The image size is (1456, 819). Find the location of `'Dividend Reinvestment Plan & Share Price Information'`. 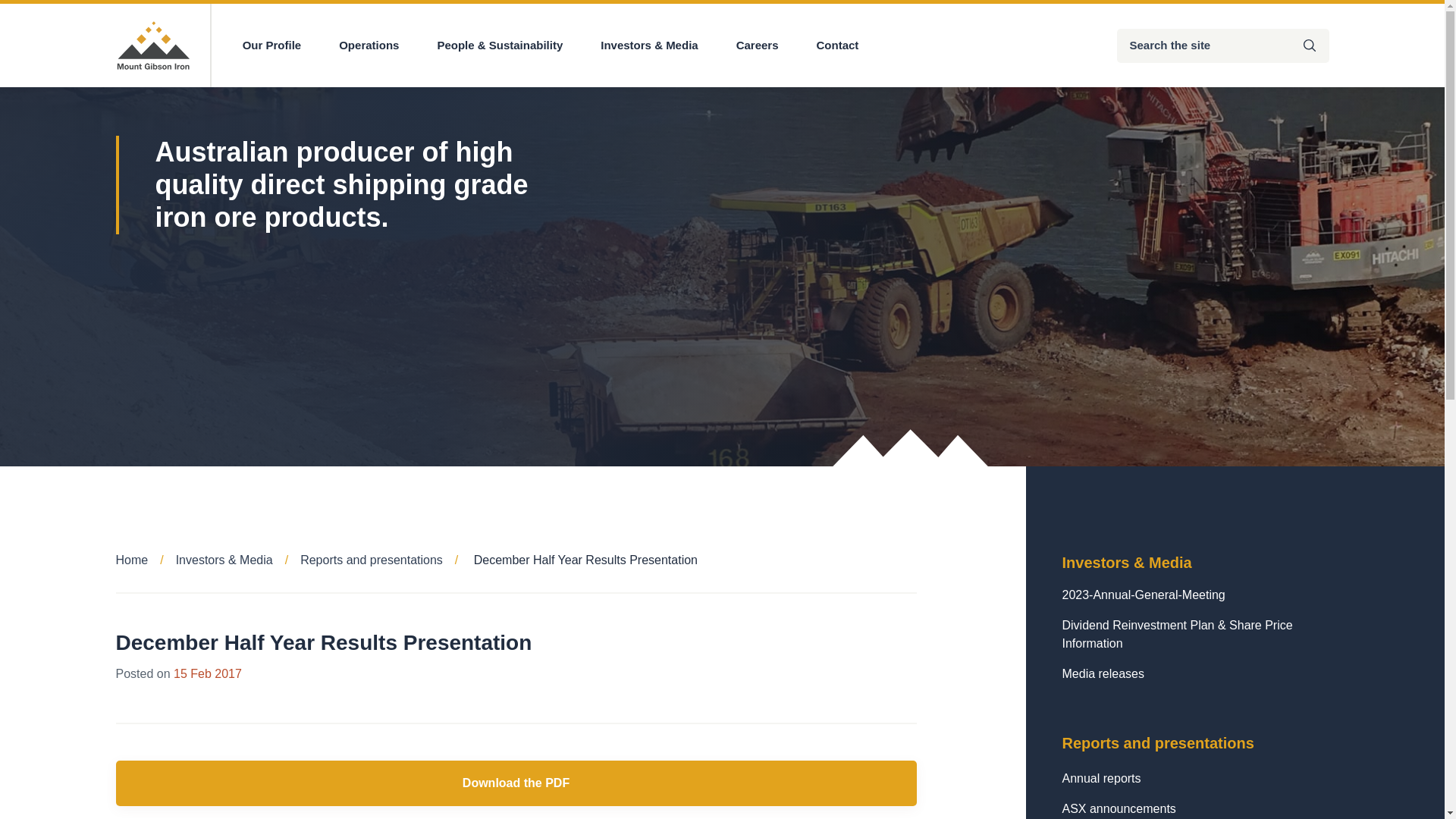

'Dividend Reinvestment Plan & Share Price Information' is located at coordinates (1194, 635).